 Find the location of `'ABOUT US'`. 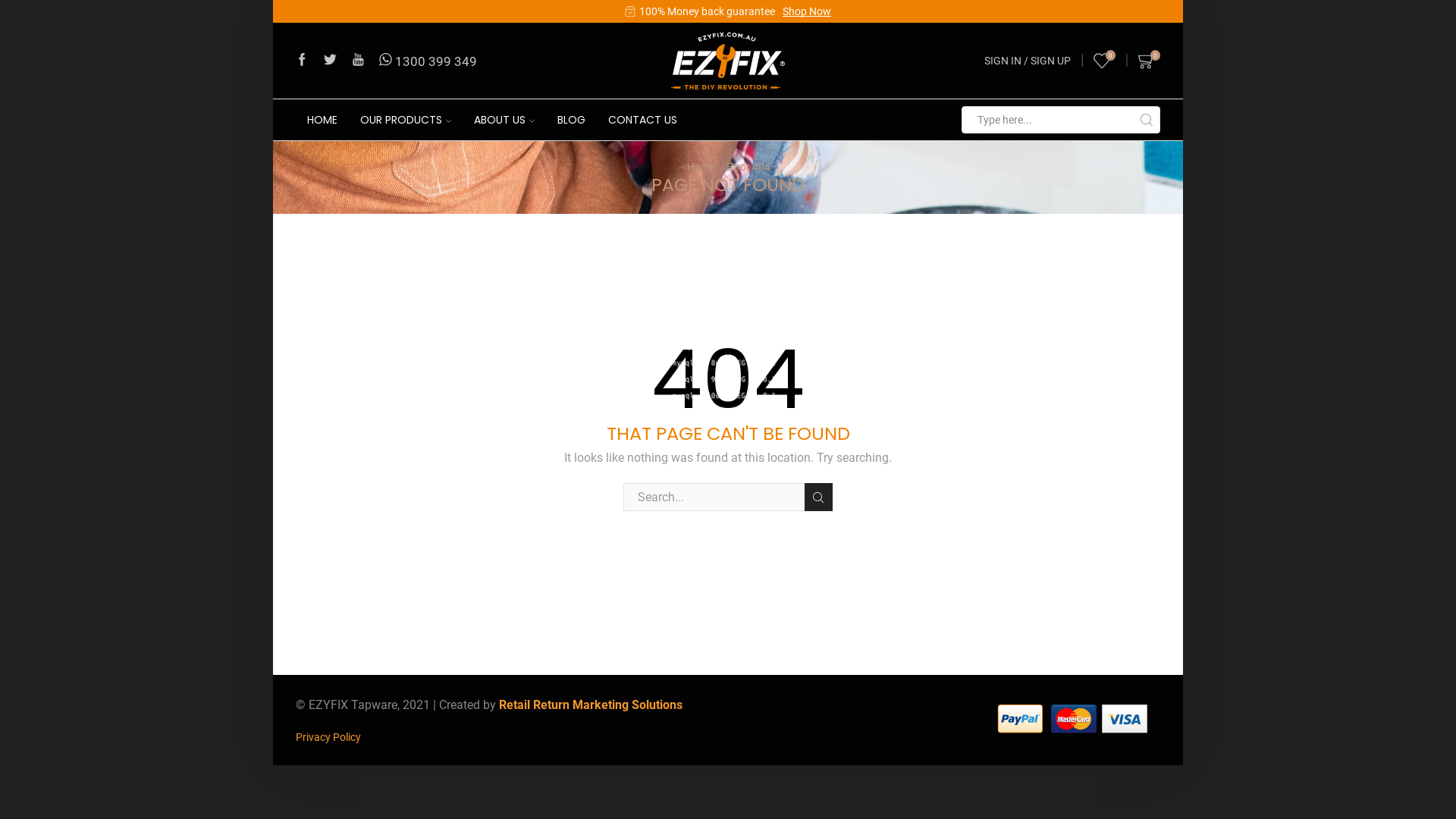

'ABOUT US' is located at coordinates (504, 119).